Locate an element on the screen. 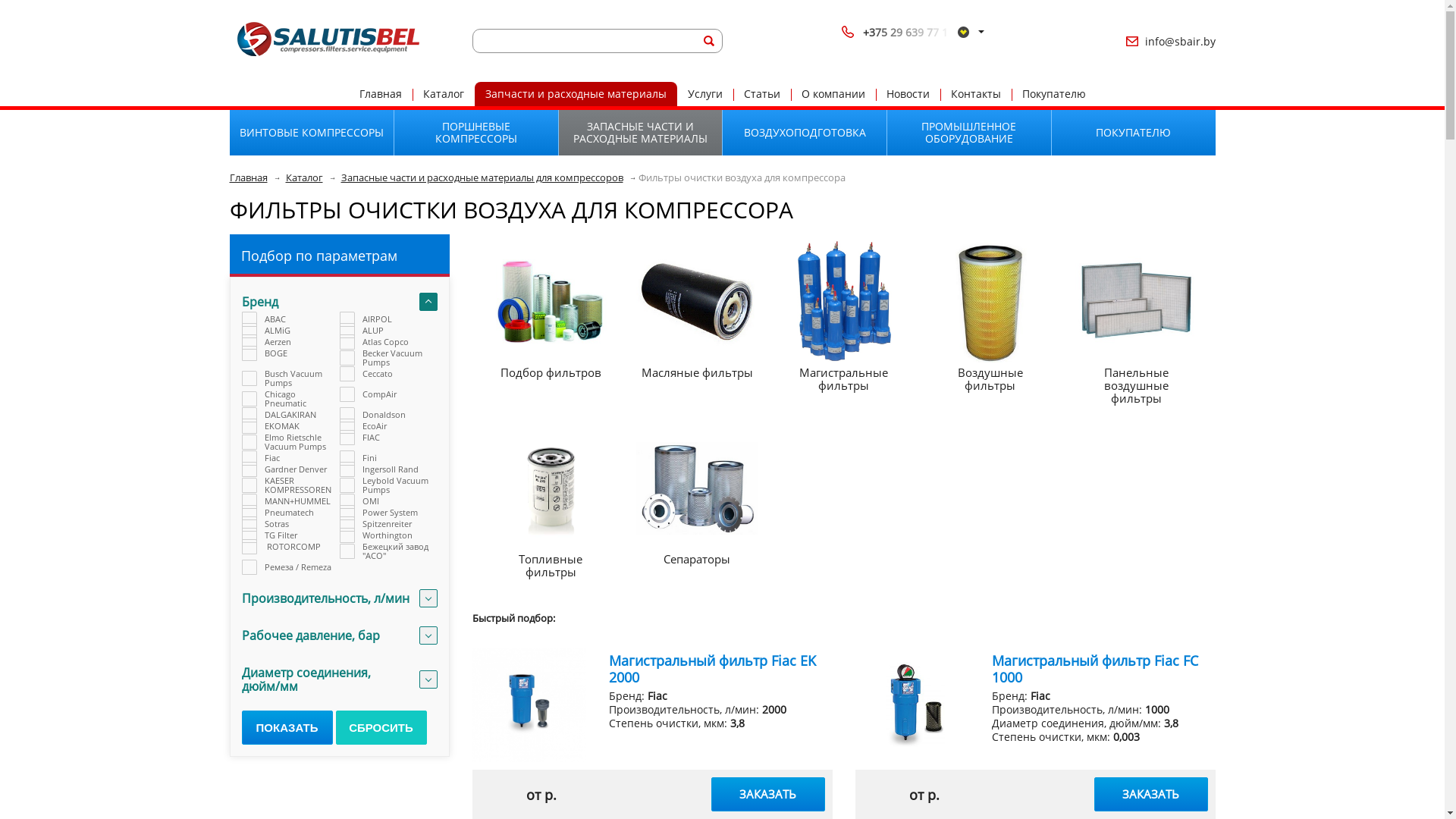 The height and width of the screenshot is (819, 1456). '+375 29 639 77 1' is located at coordinates (908, 32).